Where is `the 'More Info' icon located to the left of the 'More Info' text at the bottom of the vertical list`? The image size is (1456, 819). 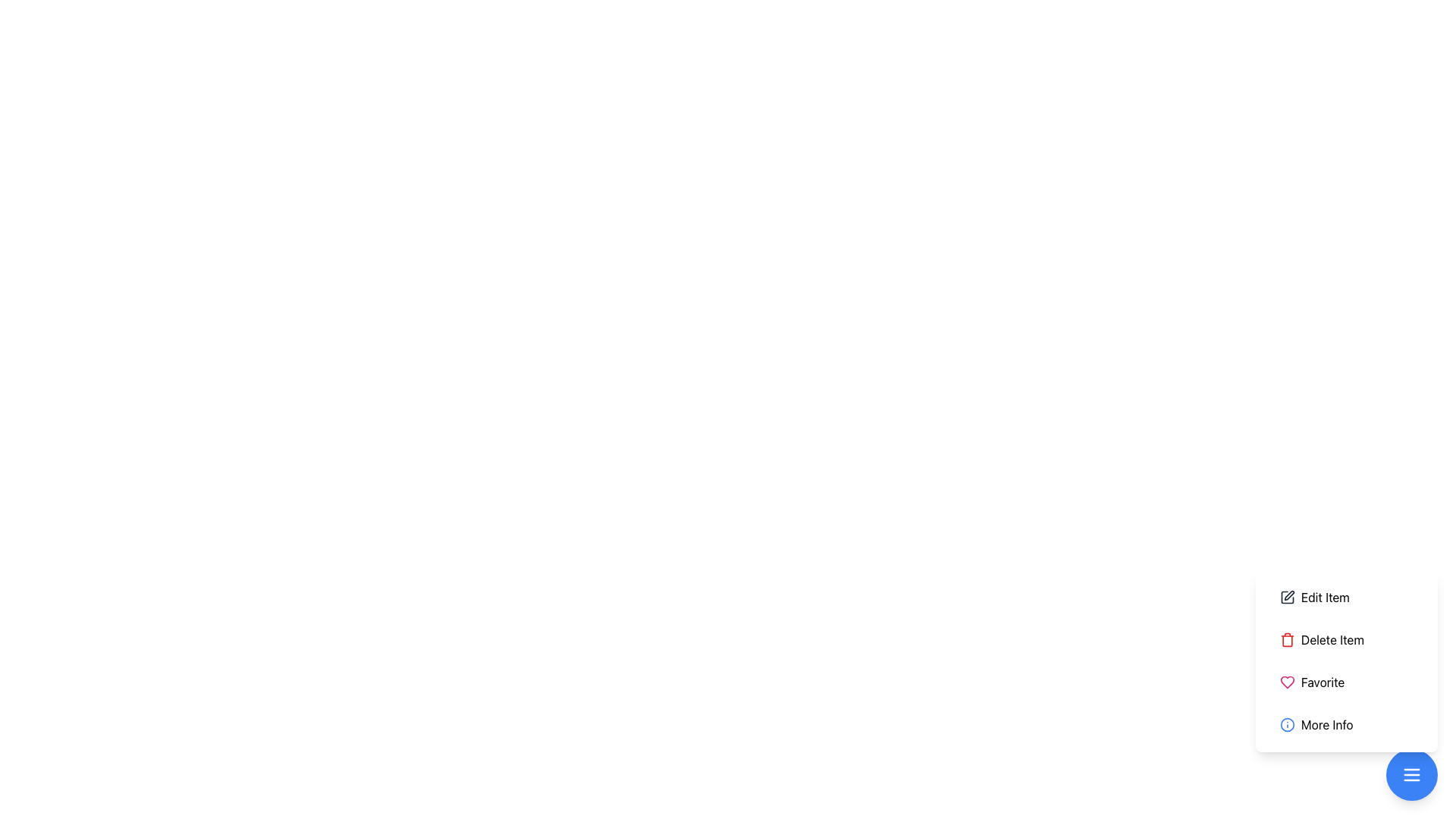
the 'More Info' icon located to the left of the 'More Info' text at the bottom of the vertical list is located at coordinates (1287, 724).